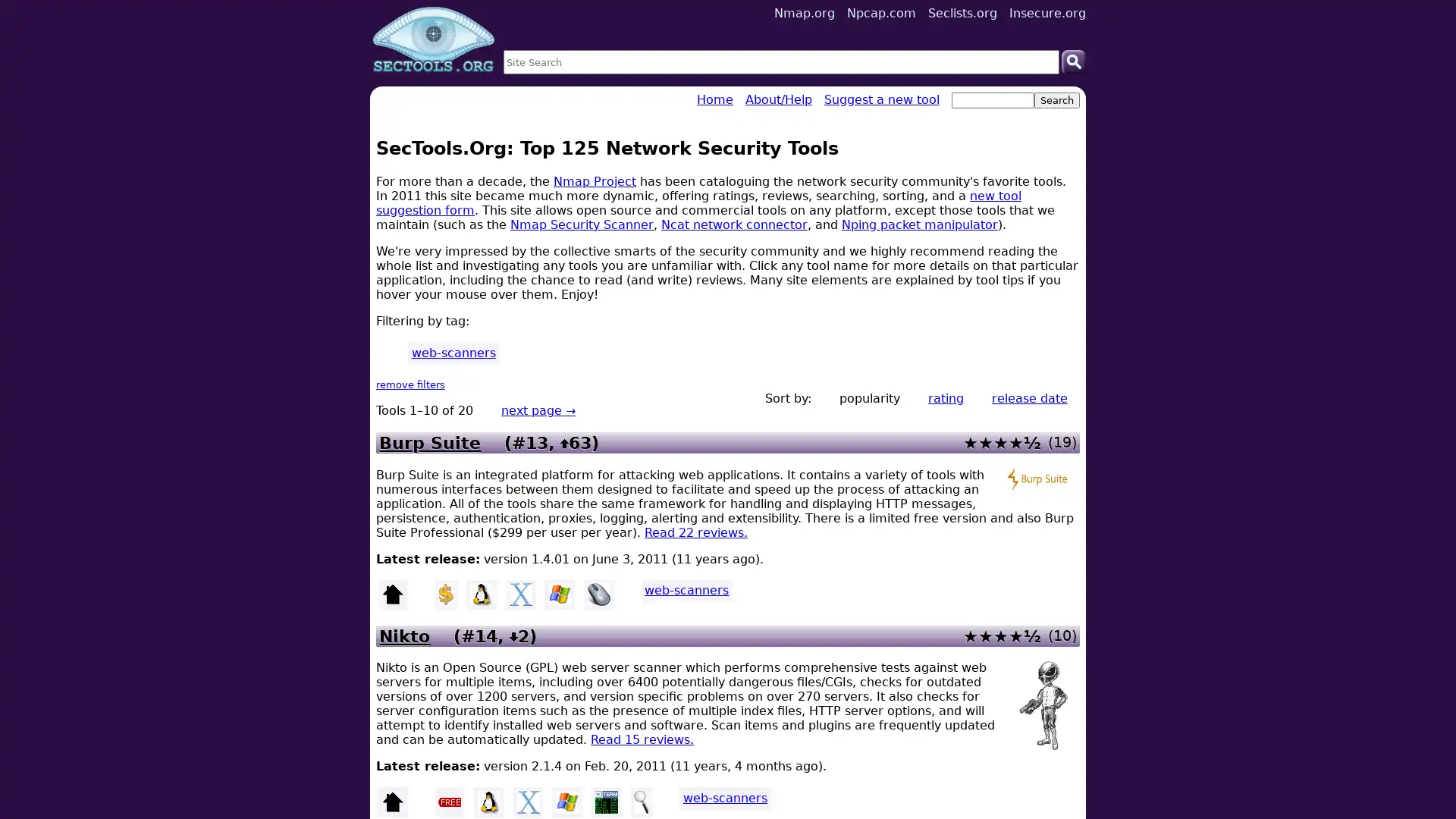 The height and width of the screenshot is (819, 1456). Describe the element at coordinates (1073, 61) in the screenshot. I see `Search` at that location.